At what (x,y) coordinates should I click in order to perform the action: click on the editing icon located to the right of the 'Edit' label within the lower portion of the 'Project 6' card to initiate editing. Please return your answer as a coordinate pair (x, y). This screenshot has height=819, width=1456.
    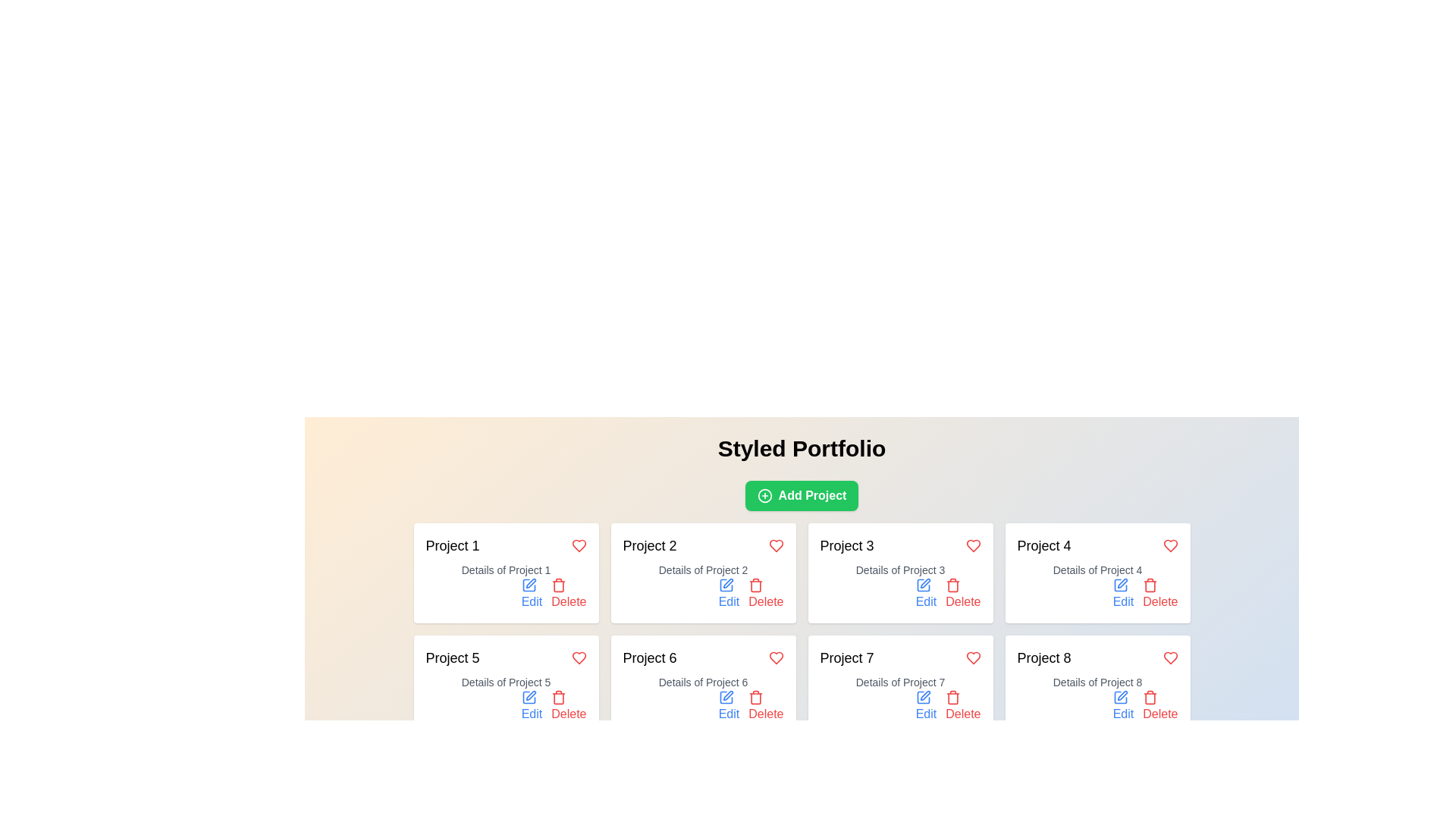
    Looking at the image, I should click on (725, 698).